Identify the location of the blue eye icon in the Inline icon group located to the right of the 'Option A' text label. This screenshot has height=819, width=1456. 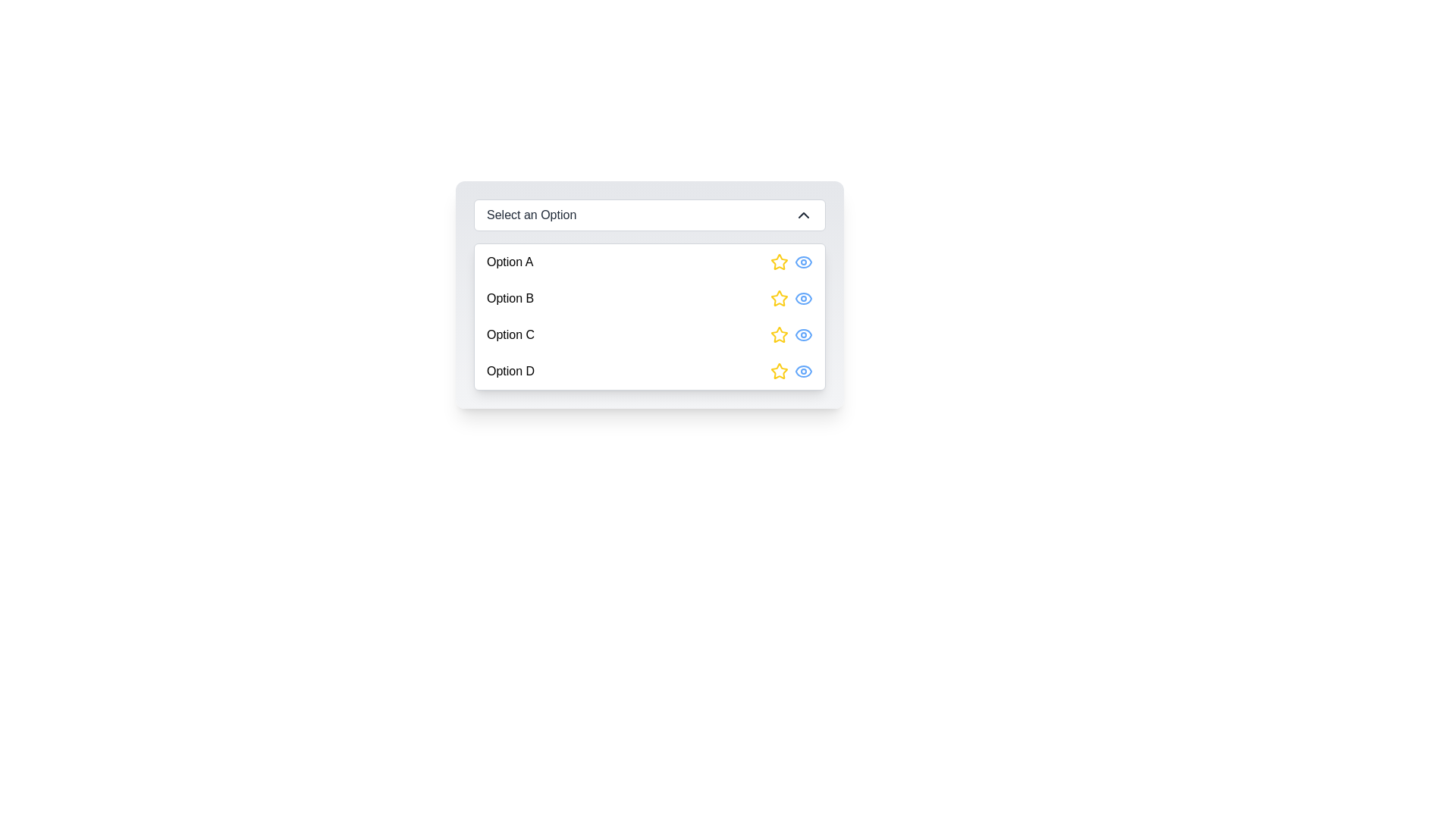
(790, 262).